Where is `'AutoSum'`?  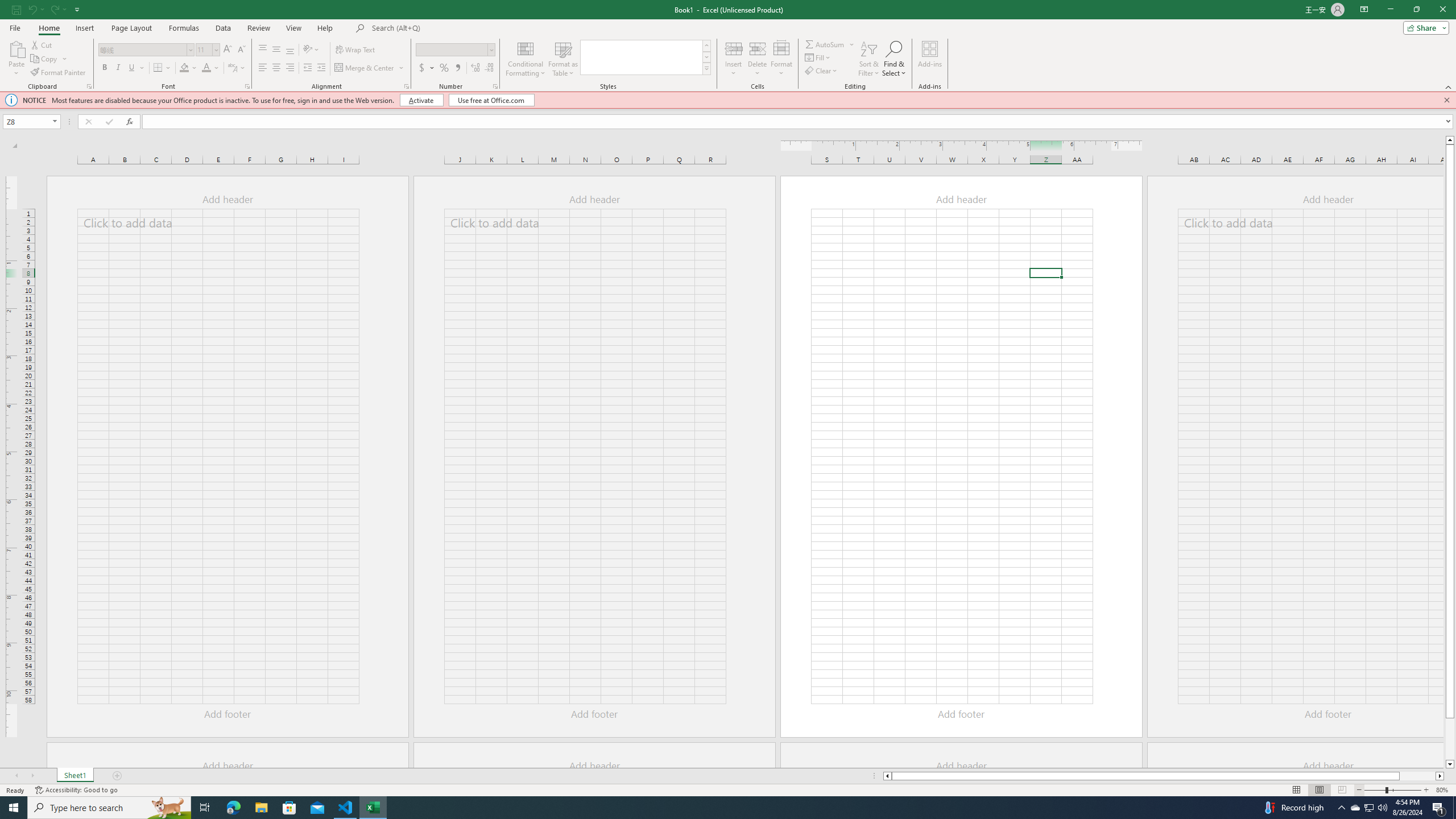
'AutoSum' is located at coordinates (830, 44).